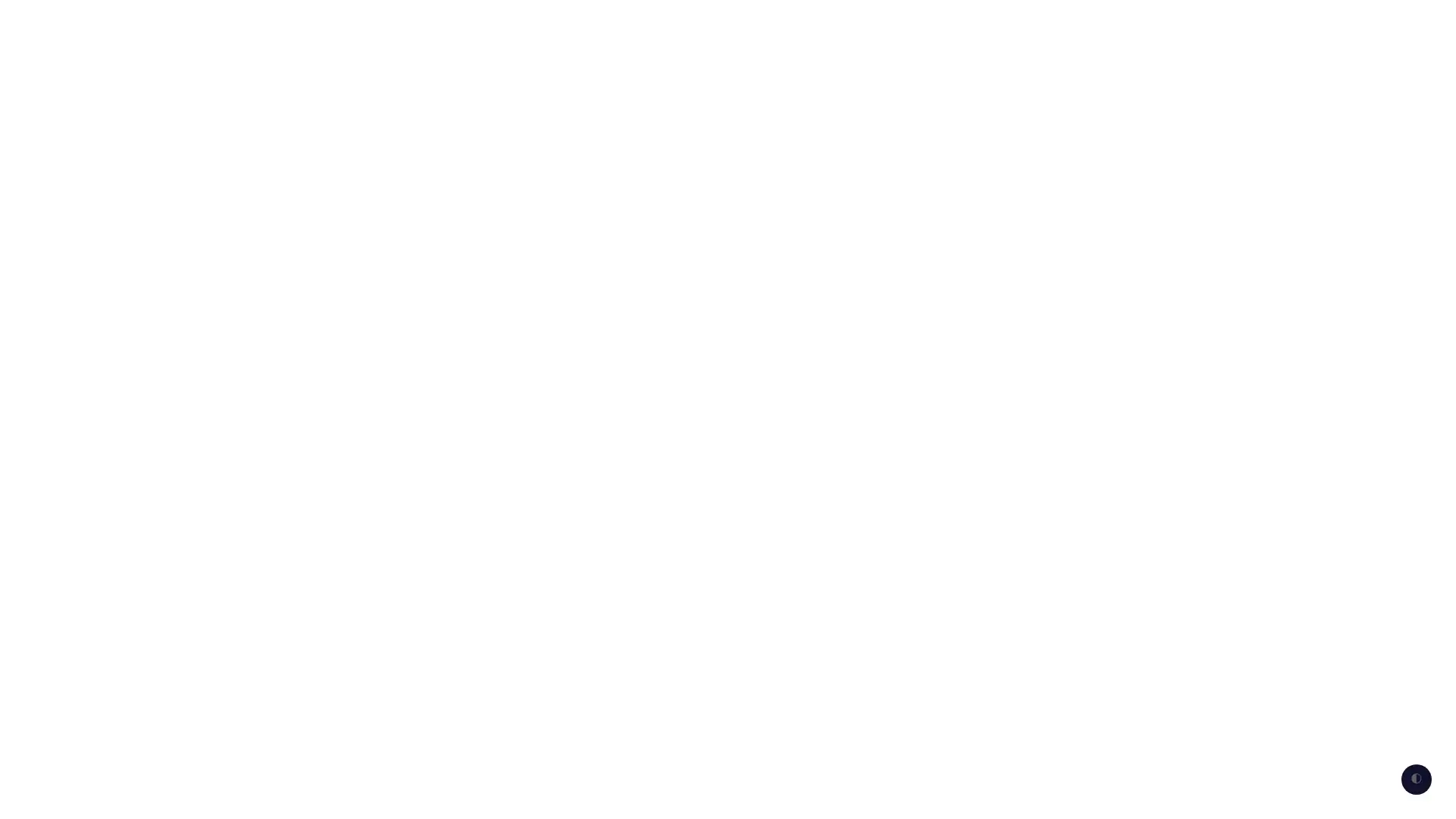 This screenshot has height=819, width=1456. What do you see at coordinates (1100, 23) in the screenshot?
I see `Feedback` at bounding box center [1100, 23].